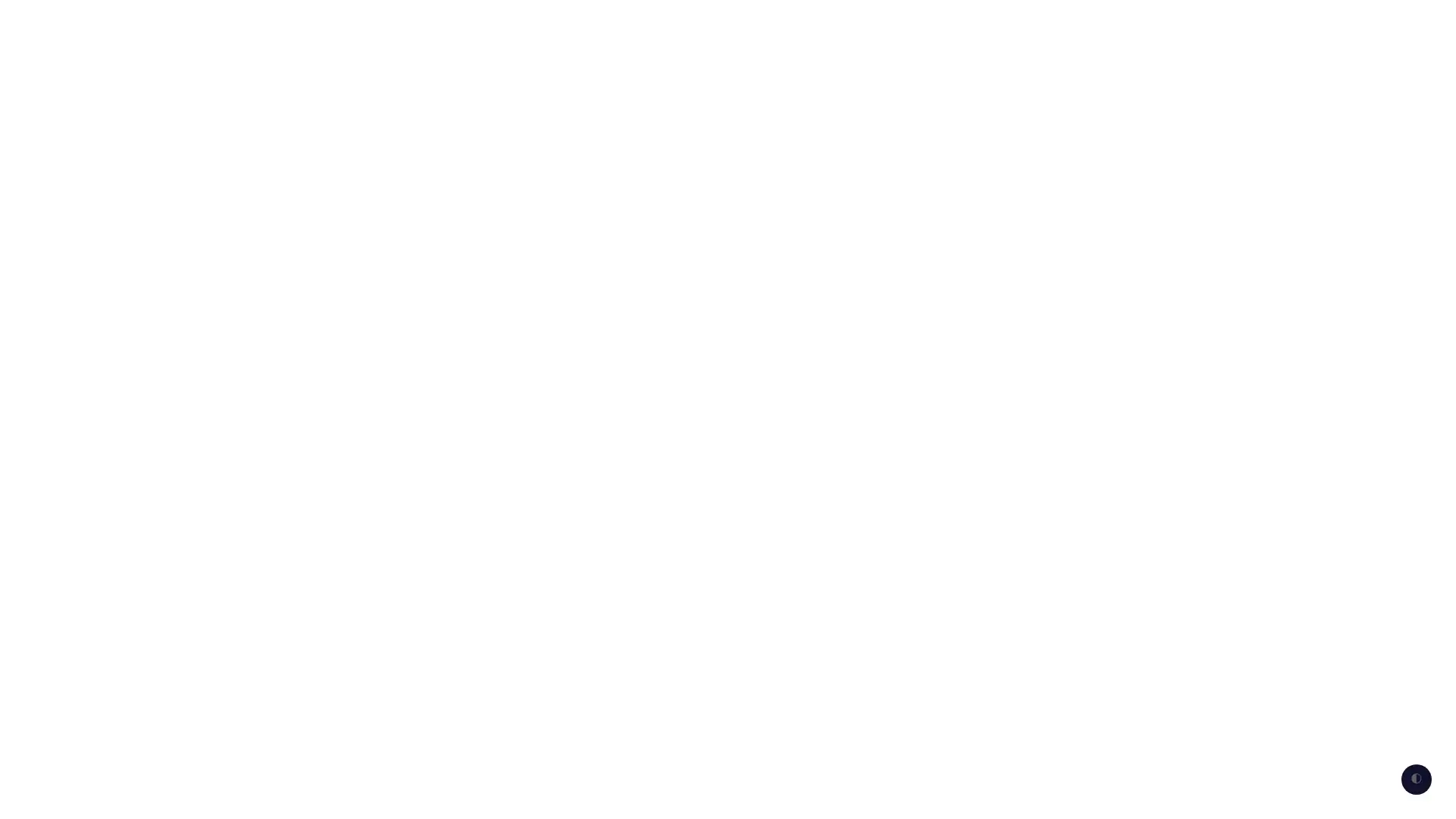 This screenshot has height=819, width=1456. What do you see at coordinates (1100, 23) in the screenshot?
I see `Feedback` at bounding box center [1100, 23].